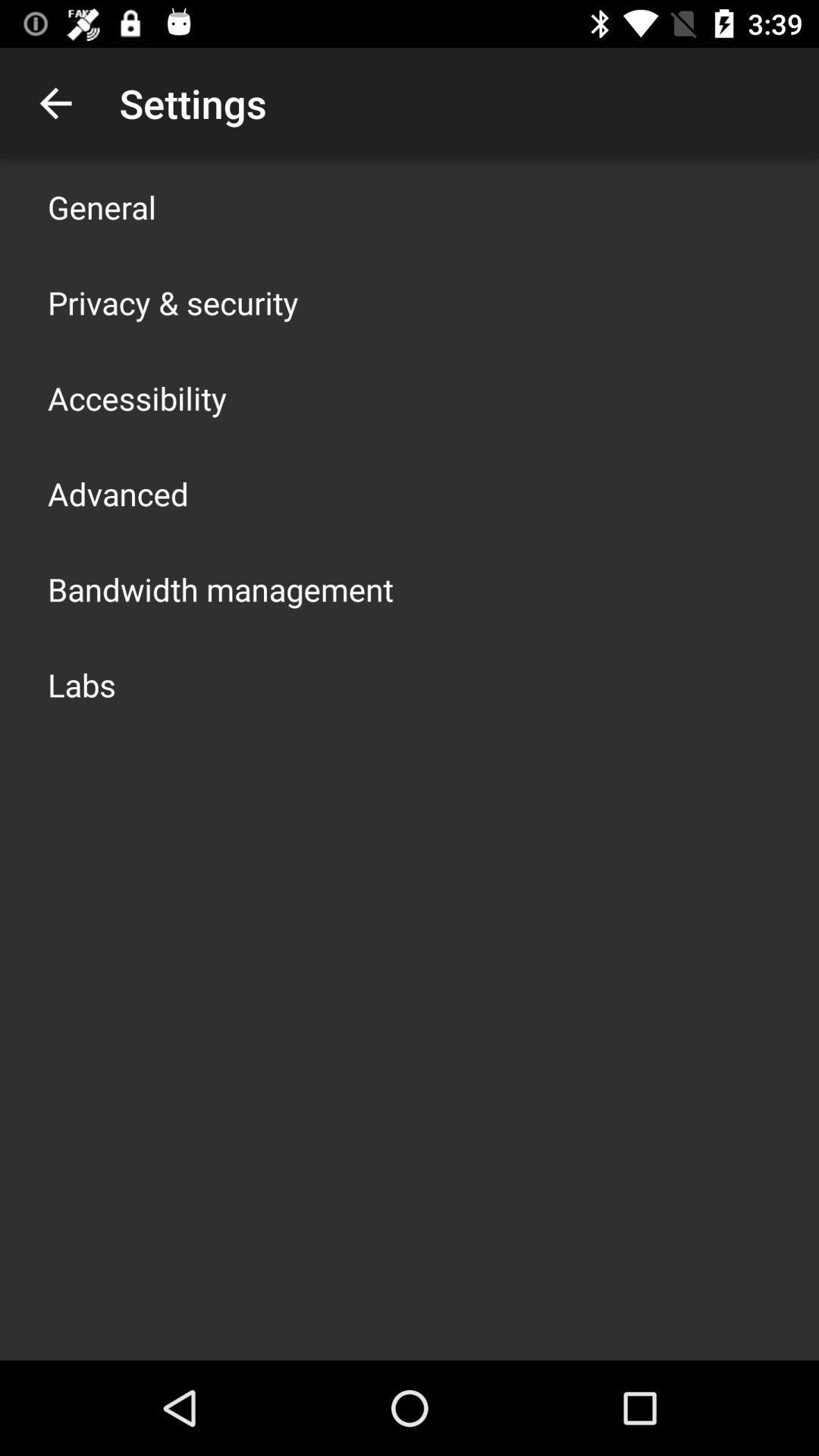  I want to click on the accessibility item, so click(137, 397).